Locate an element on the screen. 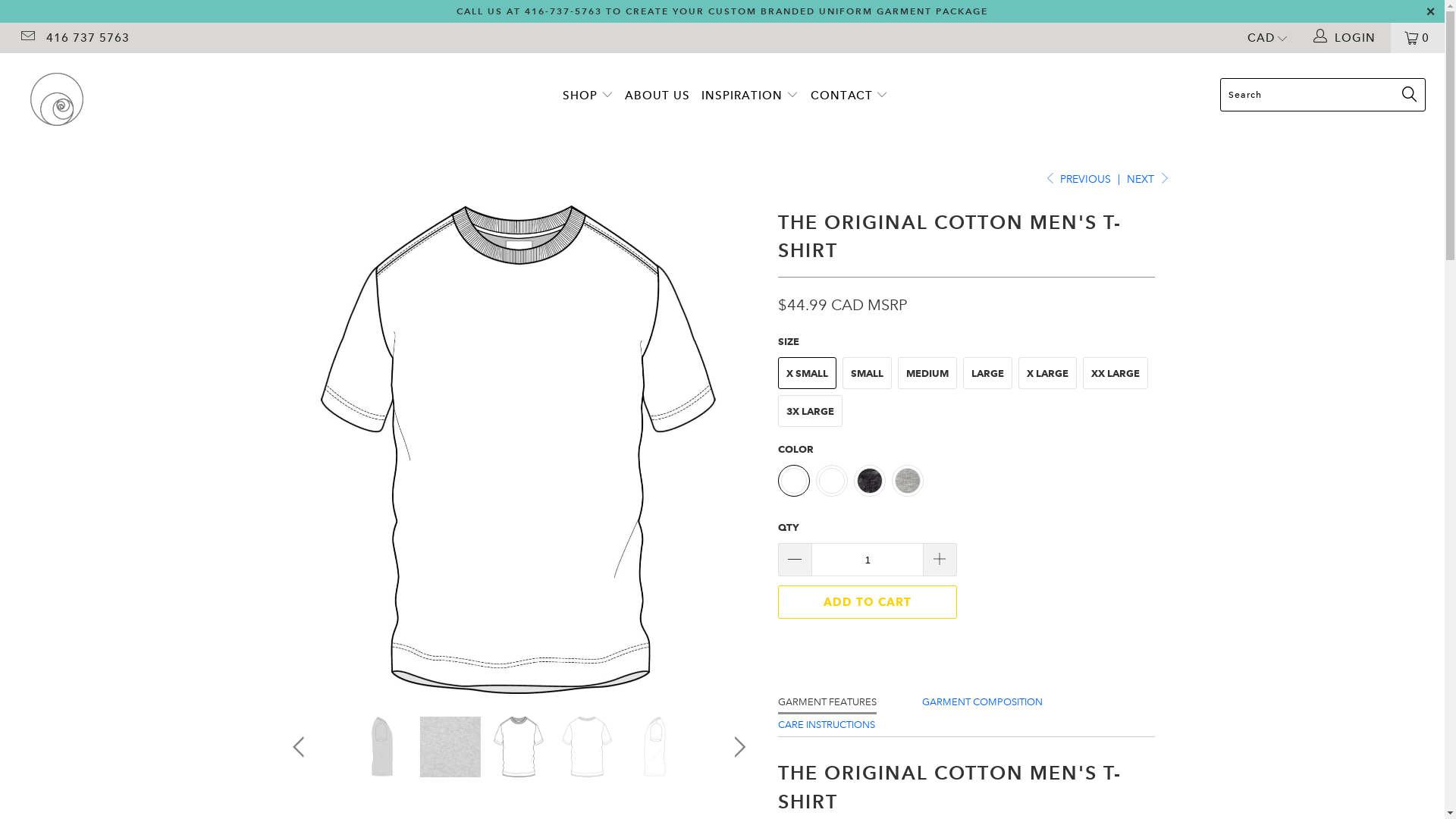 The width and height of the screenshot is (1456, 819). '0' is located at coordinates (1417, 37).